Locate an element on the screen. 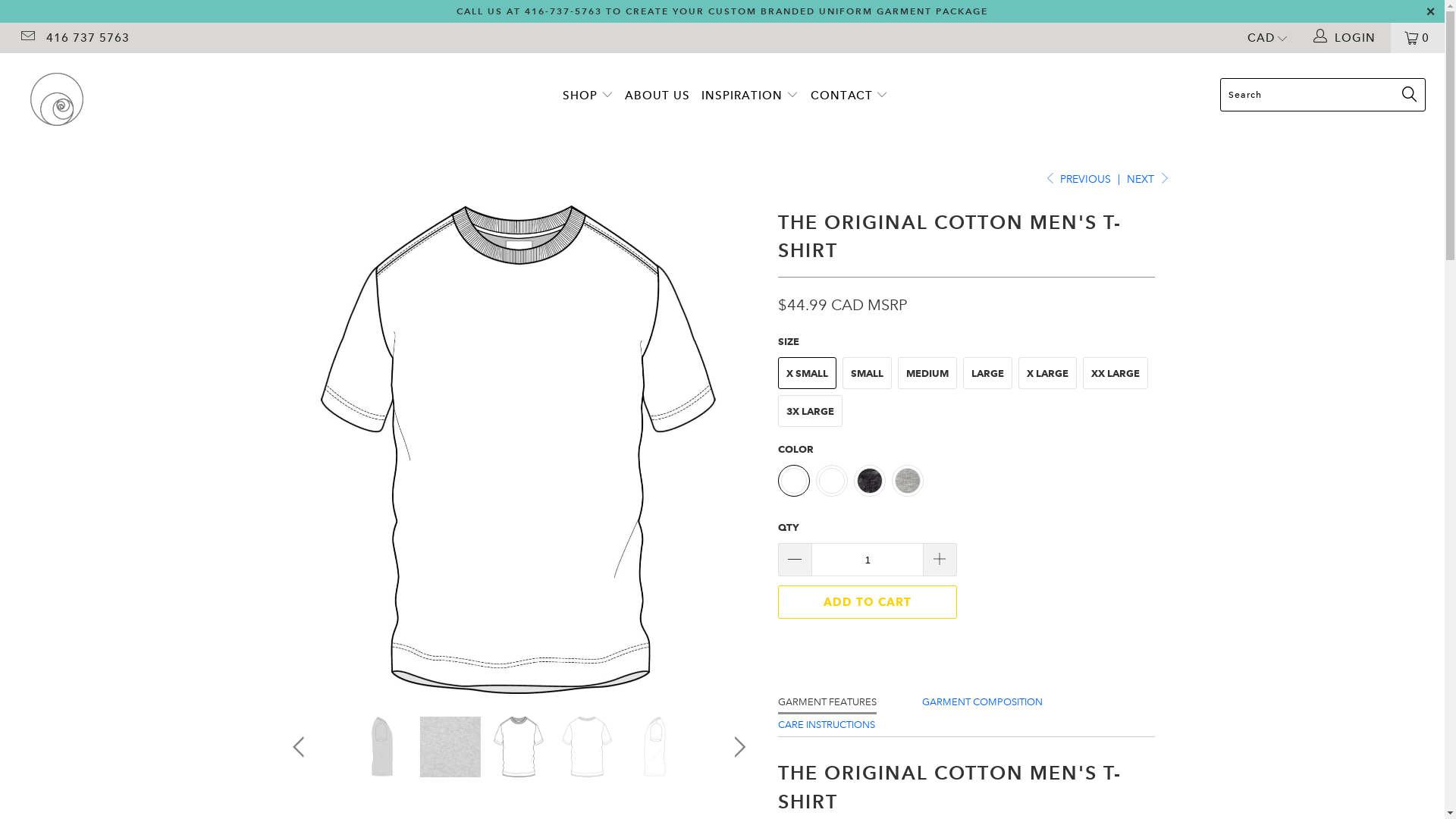 The width and height of the screenshot is (1456, 819). '0' is located at coordinates (1417, 37).